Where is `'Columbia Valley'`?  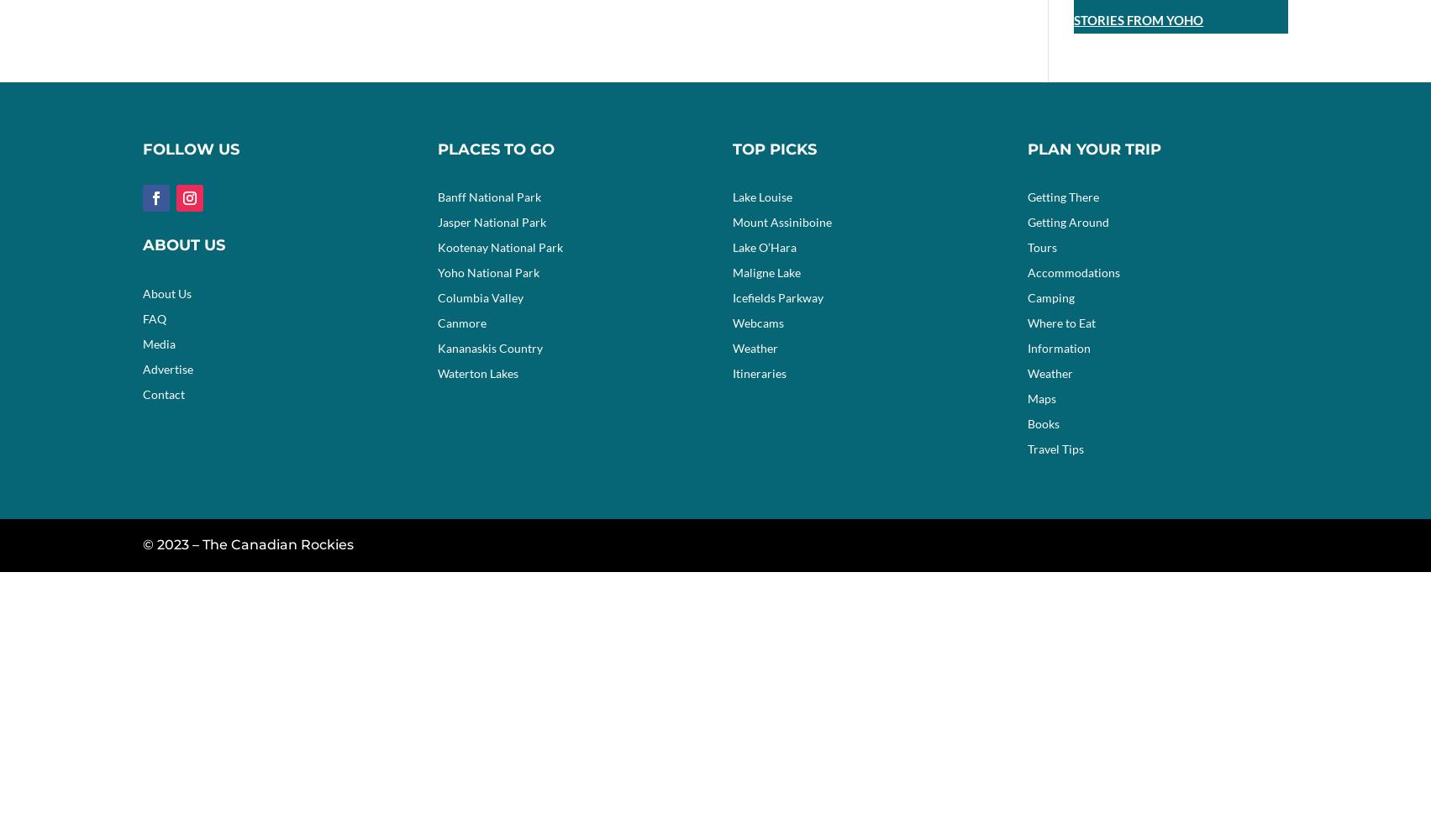 'Columbia Valley' is located at coordinates (436, 297).